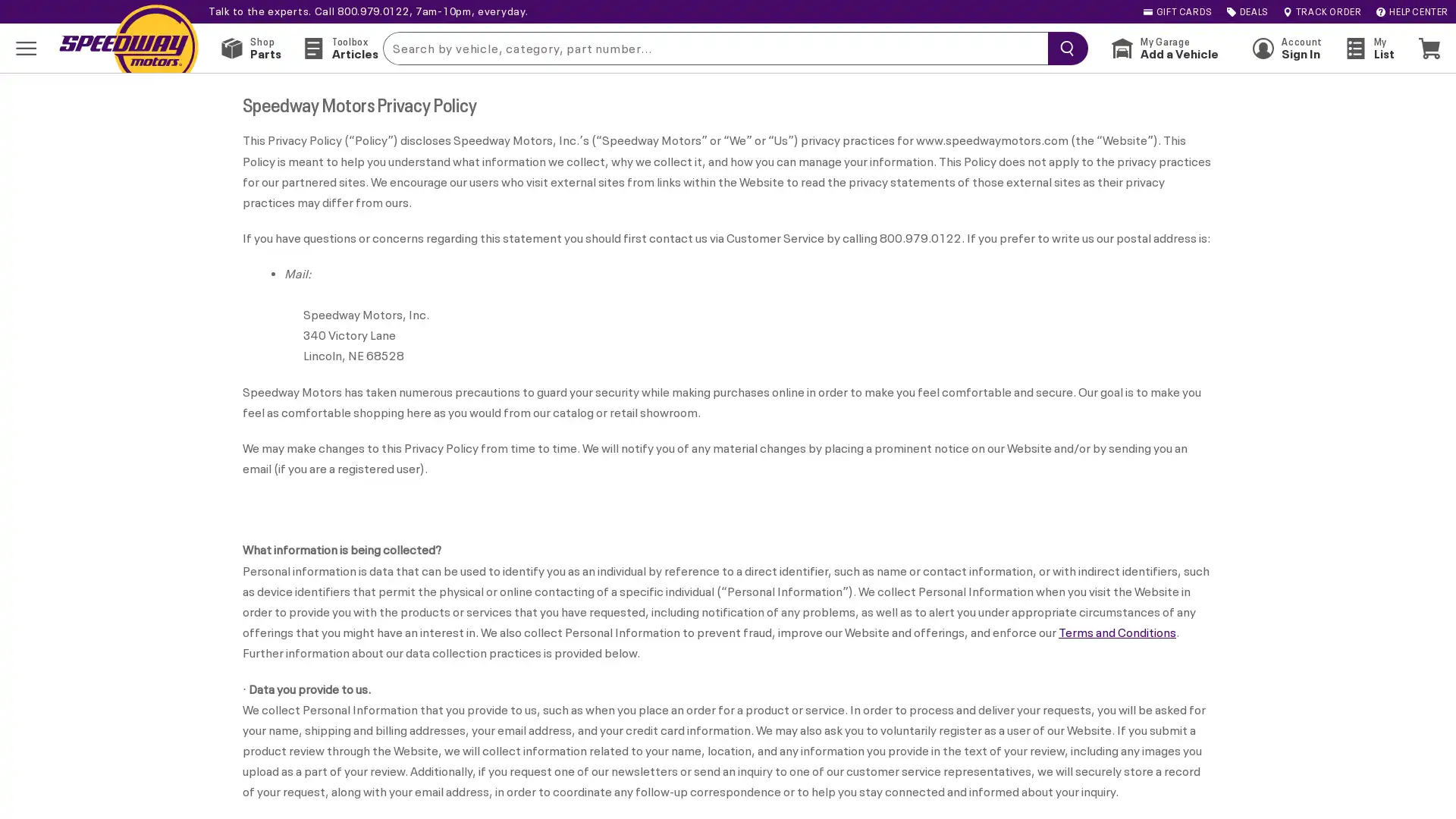 The height and width of the screenshot is (819, 1456). Describe the element at coordinates (339, 47) in the screenshot. I see `Toolbox Articles` at that location.